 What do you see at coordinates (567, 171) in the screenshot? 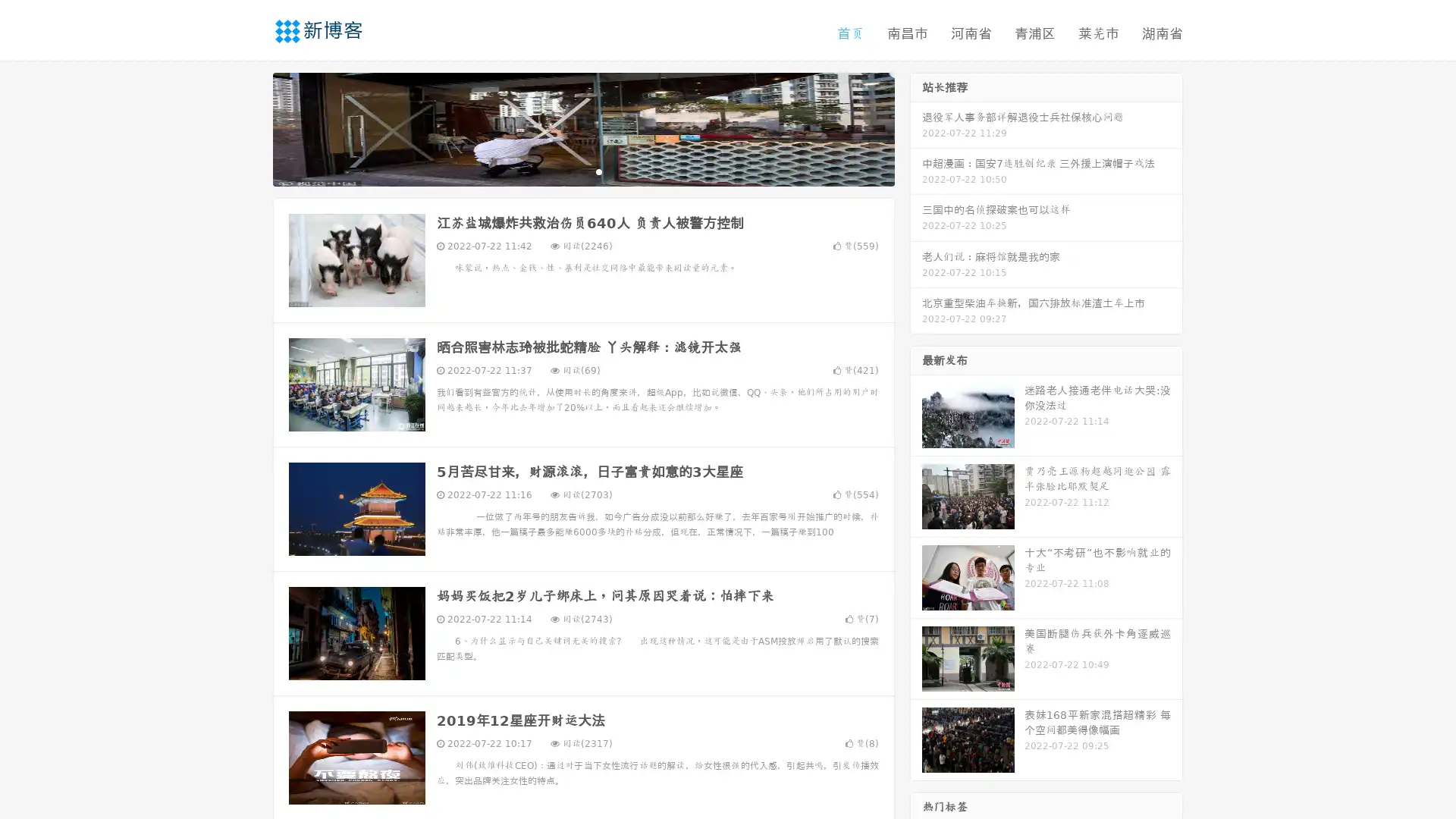
I see `Go to slide 1` at bounding box center [567, 171].